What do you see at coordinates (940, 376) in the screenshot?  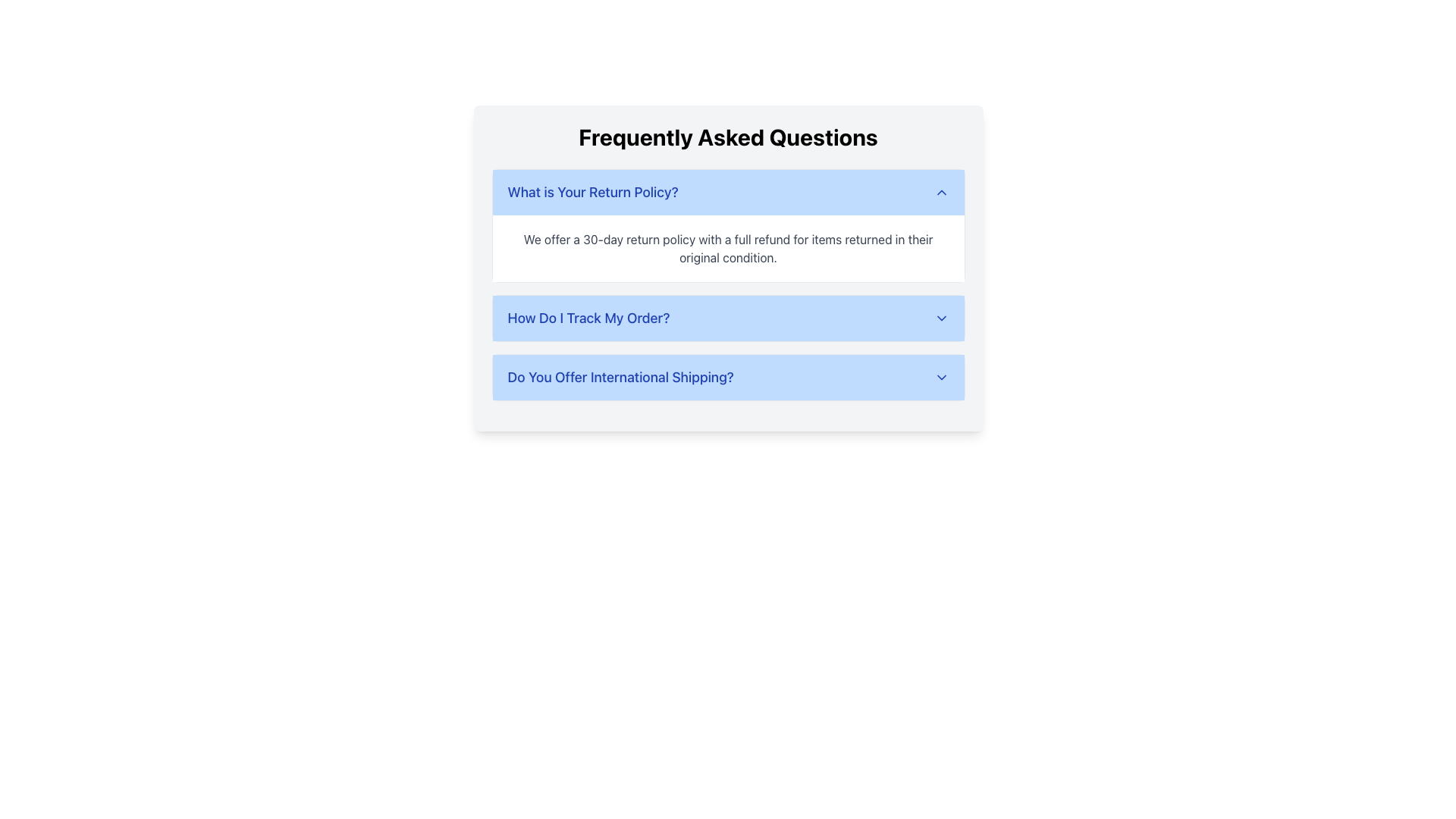 I see `the downward-pointing chevron icon` at bounding box center [940, 376].